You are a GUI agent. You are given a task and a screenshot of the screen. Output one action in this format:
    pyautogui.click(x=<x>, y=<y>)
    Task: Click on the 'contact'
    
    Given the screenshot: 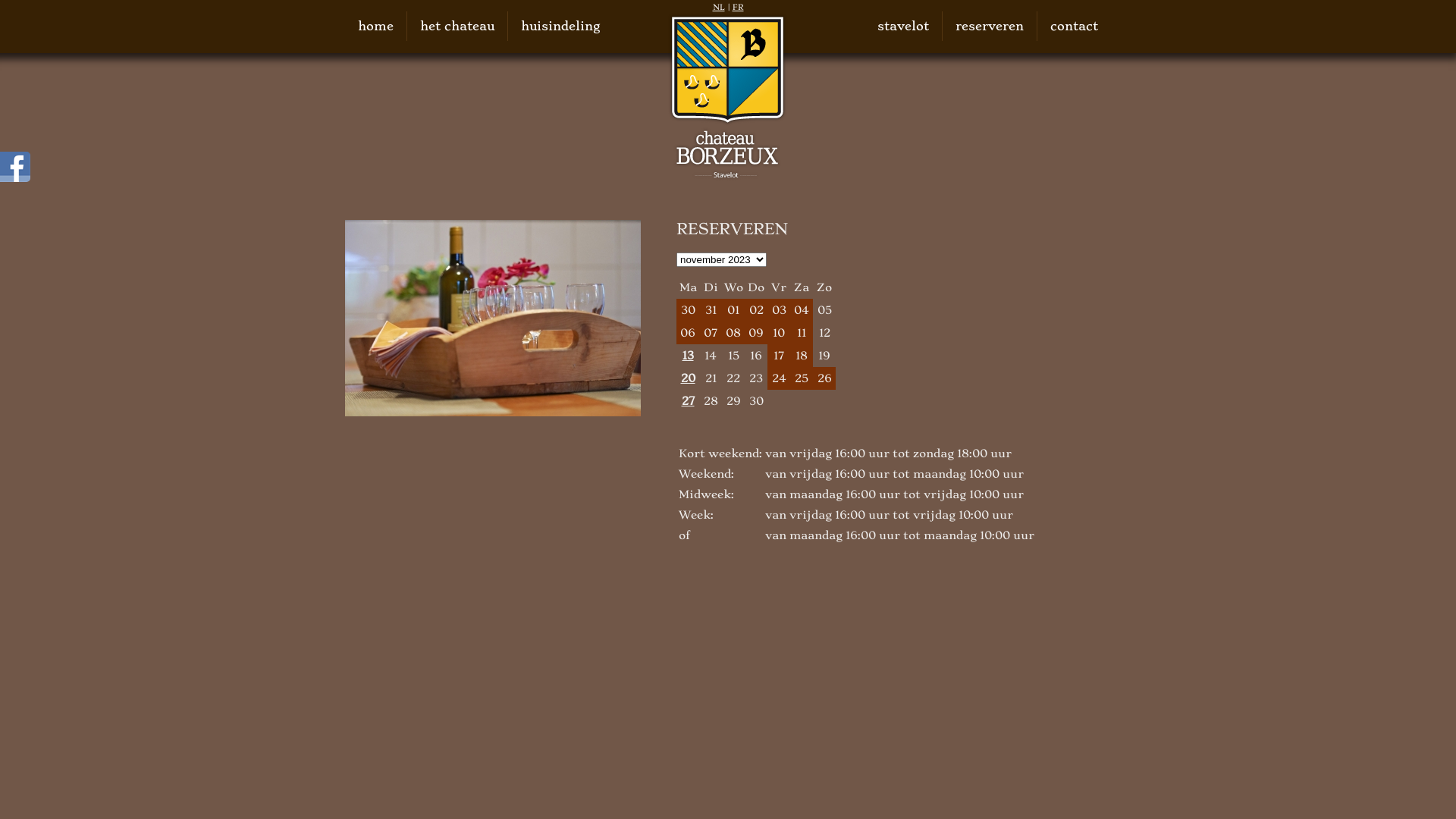 What is the action you would take?
    pyautogui.click(x=1073, y=26)
    